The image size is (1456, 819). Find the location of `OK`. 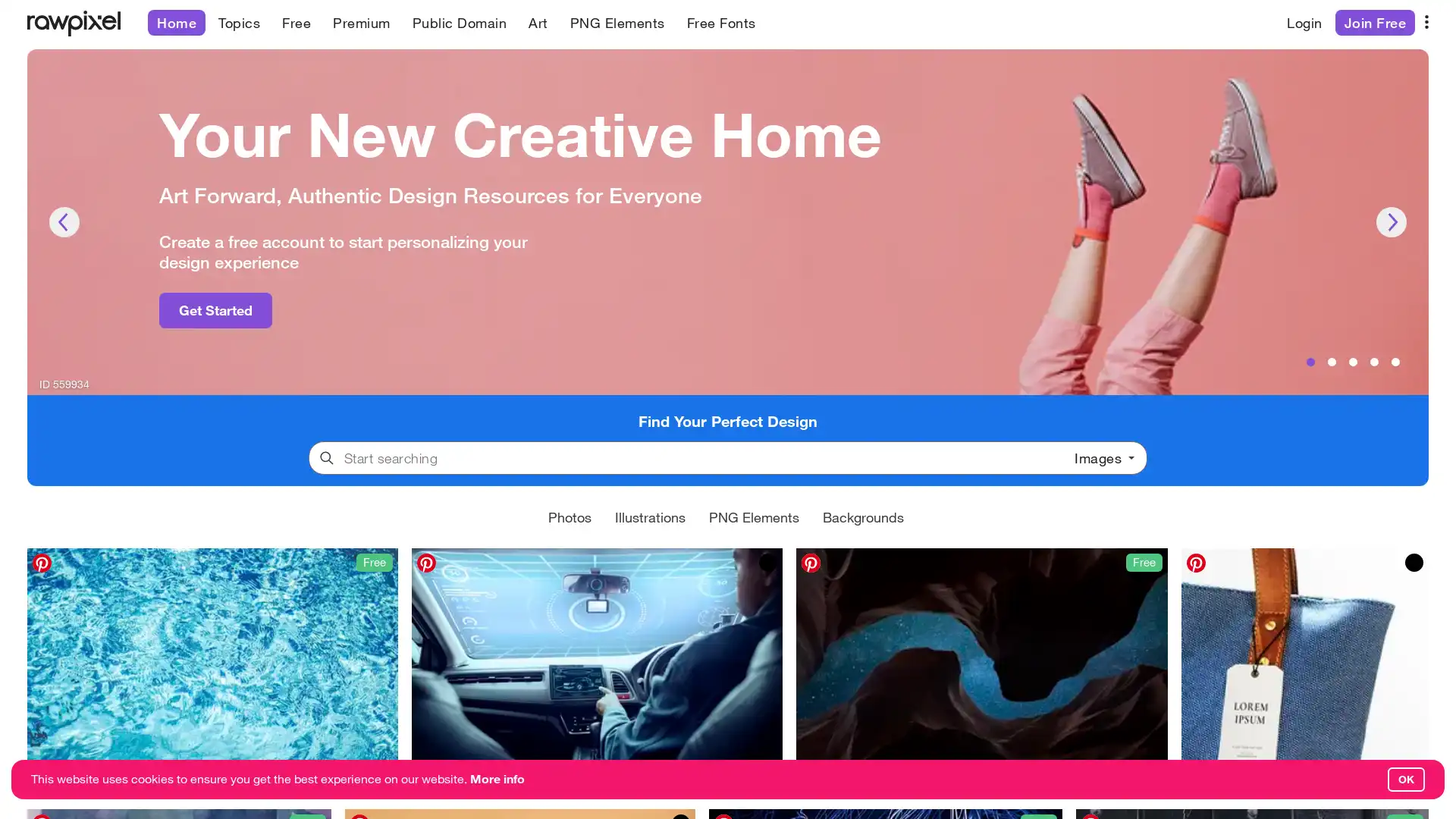

OK is located at coordinates (1405, 780).